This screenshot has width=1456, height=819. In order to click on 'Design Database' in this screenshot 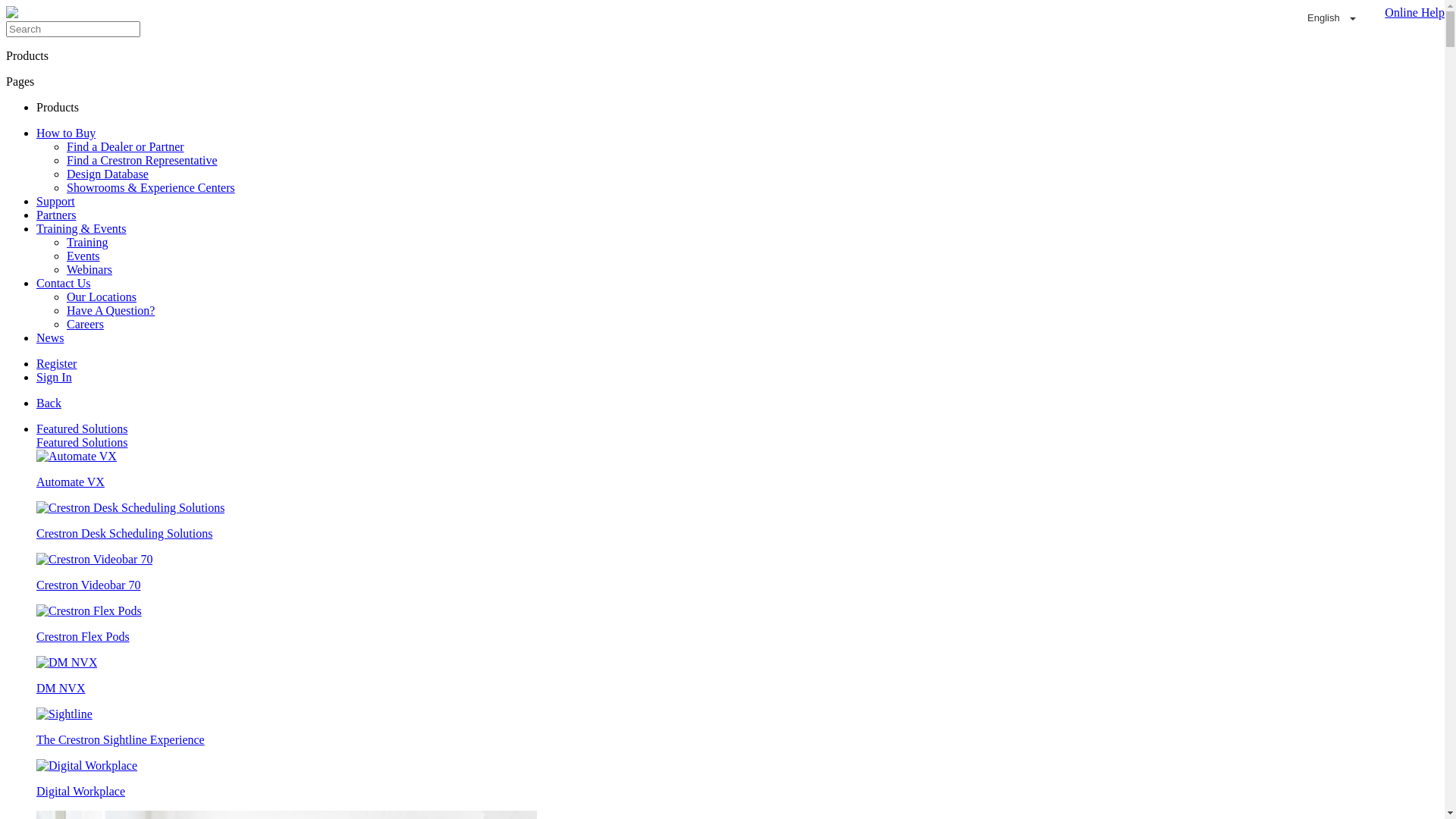, I will do `click(107, 173)`.